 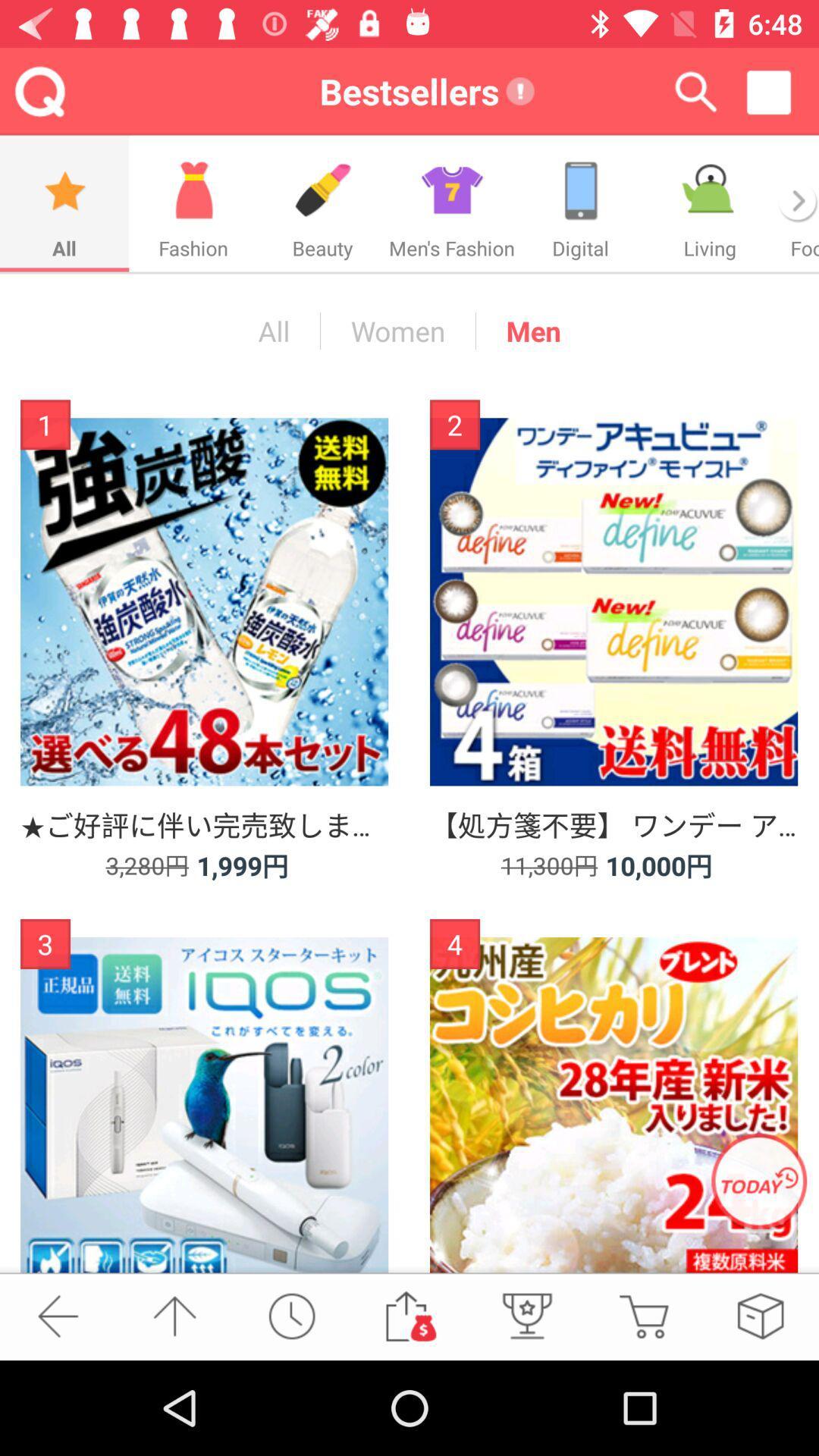 What do you see at coordinates (760, 1315) in the screenshot?
I see `the favorite icon` at bounding box center [760, 1315].